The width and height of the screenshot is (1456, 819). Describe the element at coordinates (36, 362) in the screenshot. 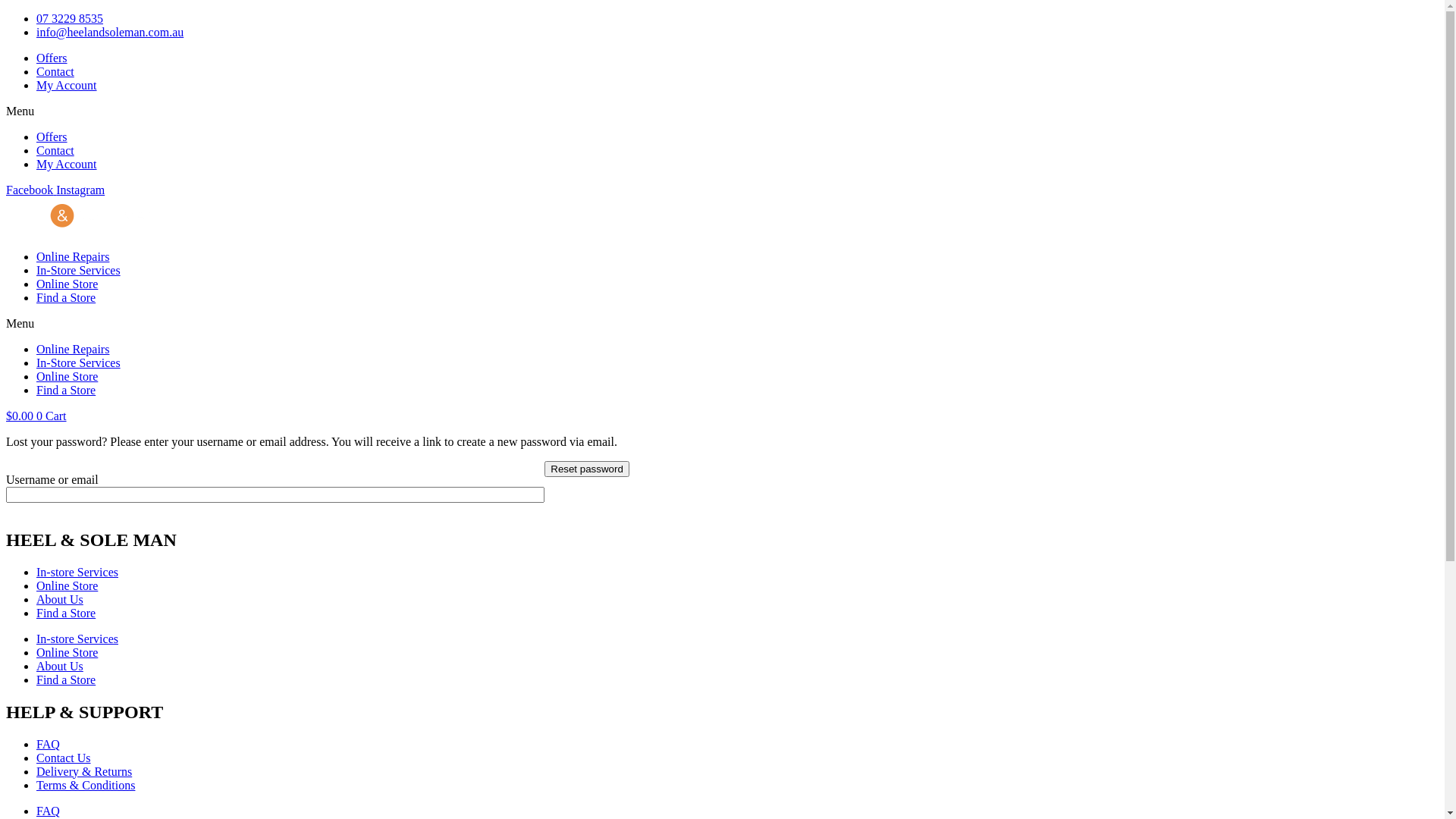

I see `'In-Store Services'` at that location.